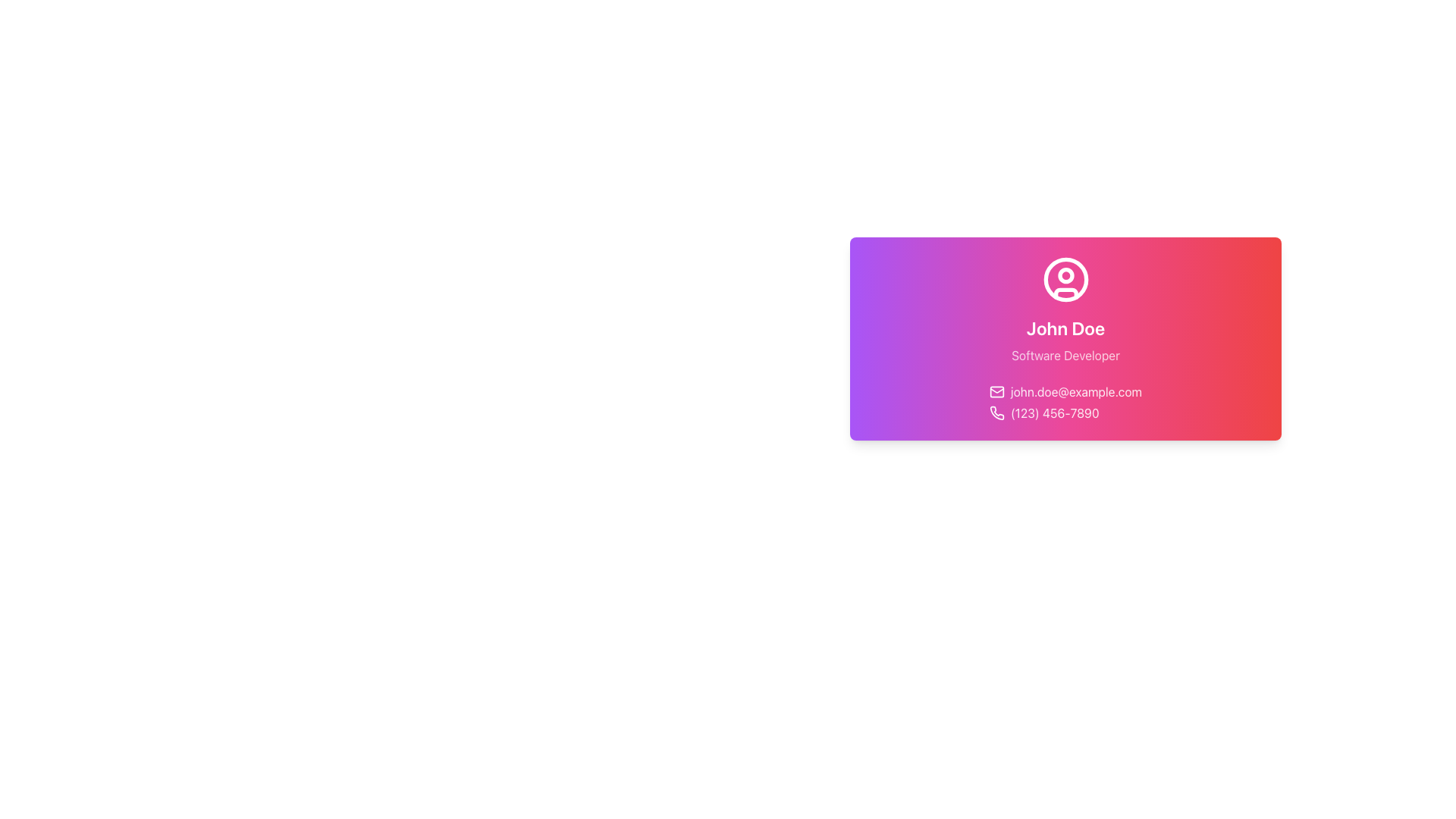  What do you see at coordinates (1065, 402) in the screenshot?
I see `the Contact Information Block which contains the user's email address and phone number, located centrally under the 'Software Developer' text in the card component` at bounding box center [1065, 402].